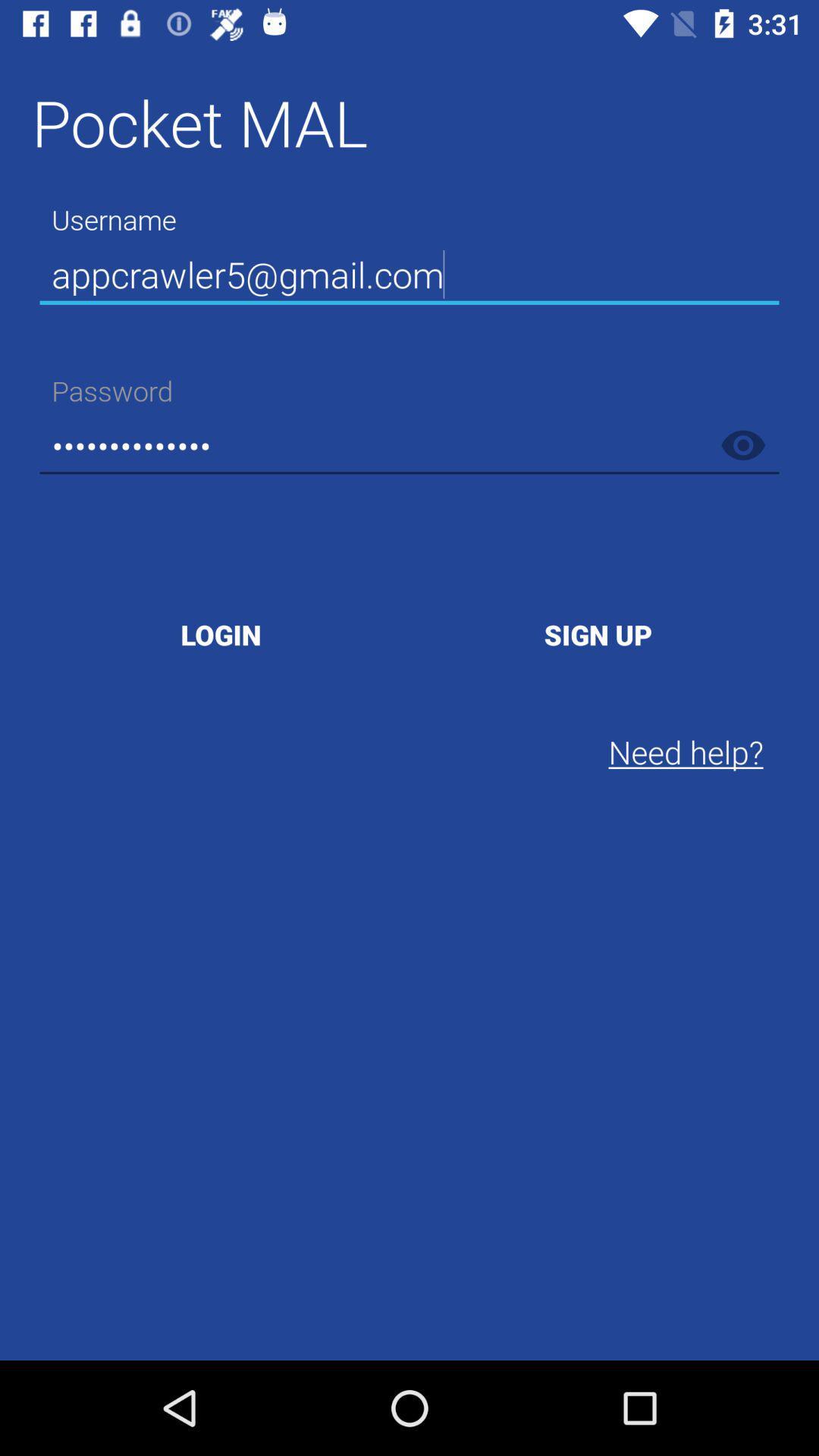 The width and height of the screenshot is (819, 1456). What do you see at coordinates (742, 444) in the screenshot?
I see `the visibility icon` at bounding box center [742, 444].